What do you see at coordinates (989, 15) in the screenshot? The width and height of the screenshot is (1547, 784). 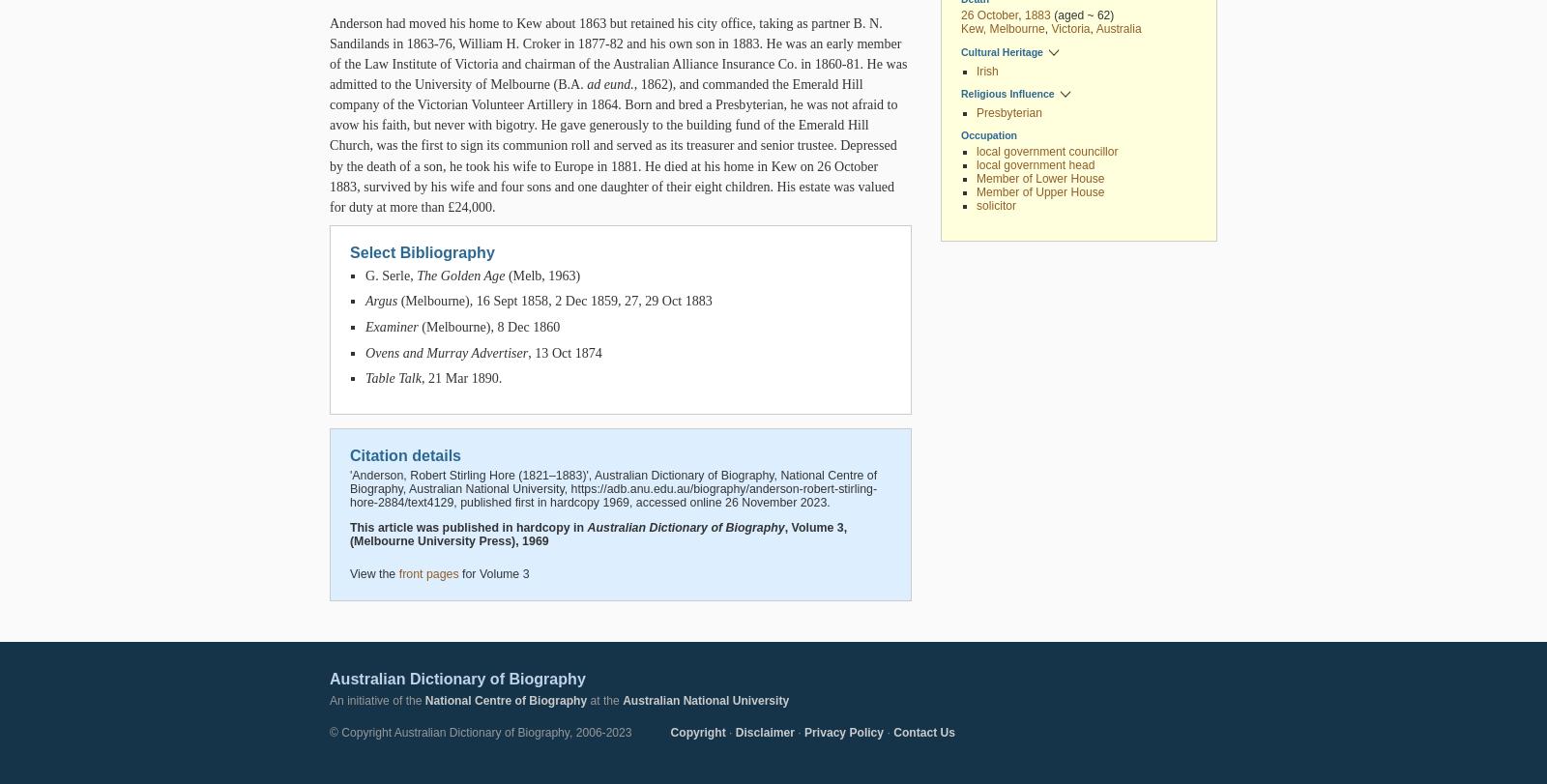 I see `'26 October'` at bounding box center [989, 15].